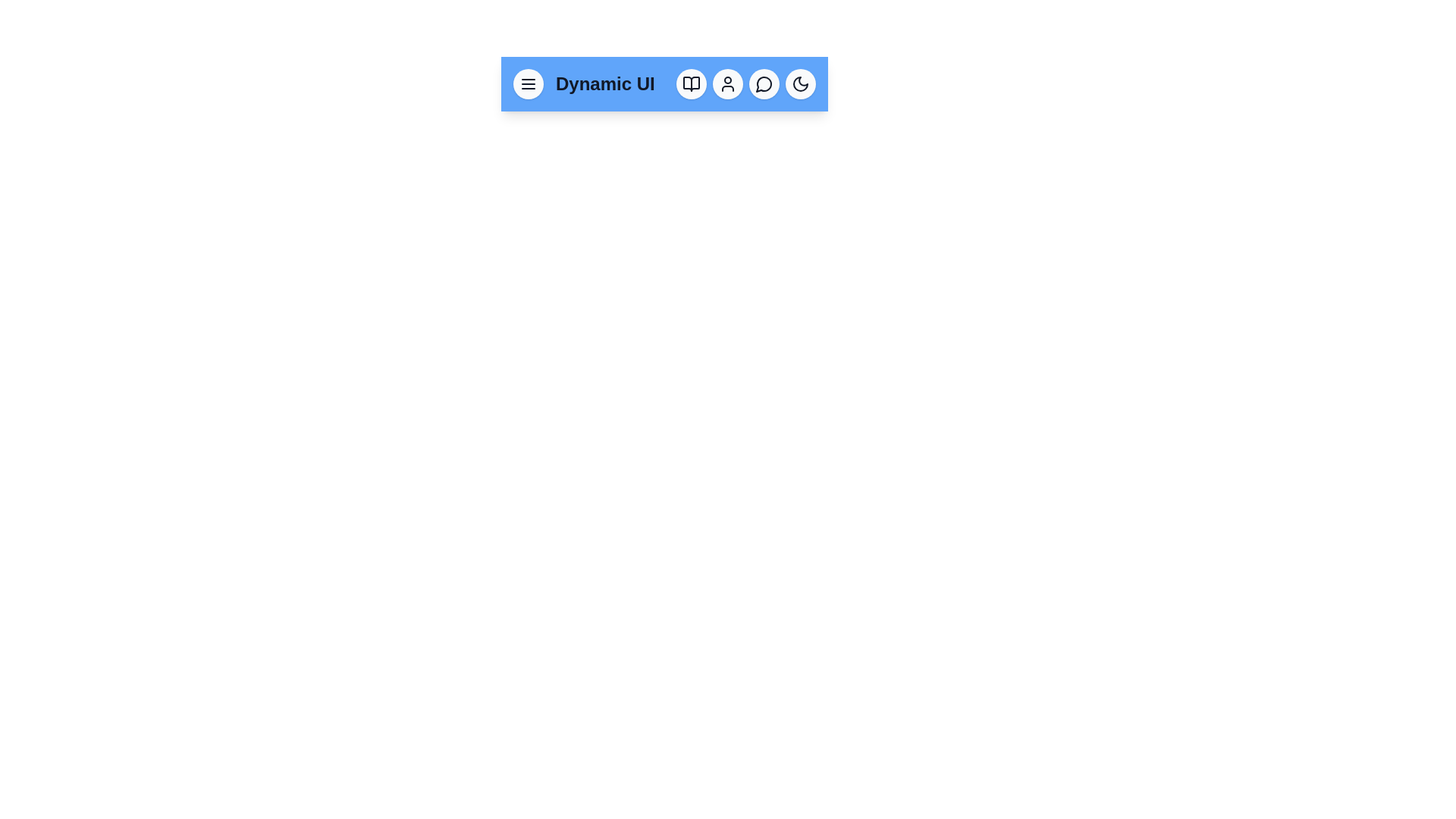 This screenshot has width=1456, height=819. I want to click on the user icon to view profile details, so click(728, 84).